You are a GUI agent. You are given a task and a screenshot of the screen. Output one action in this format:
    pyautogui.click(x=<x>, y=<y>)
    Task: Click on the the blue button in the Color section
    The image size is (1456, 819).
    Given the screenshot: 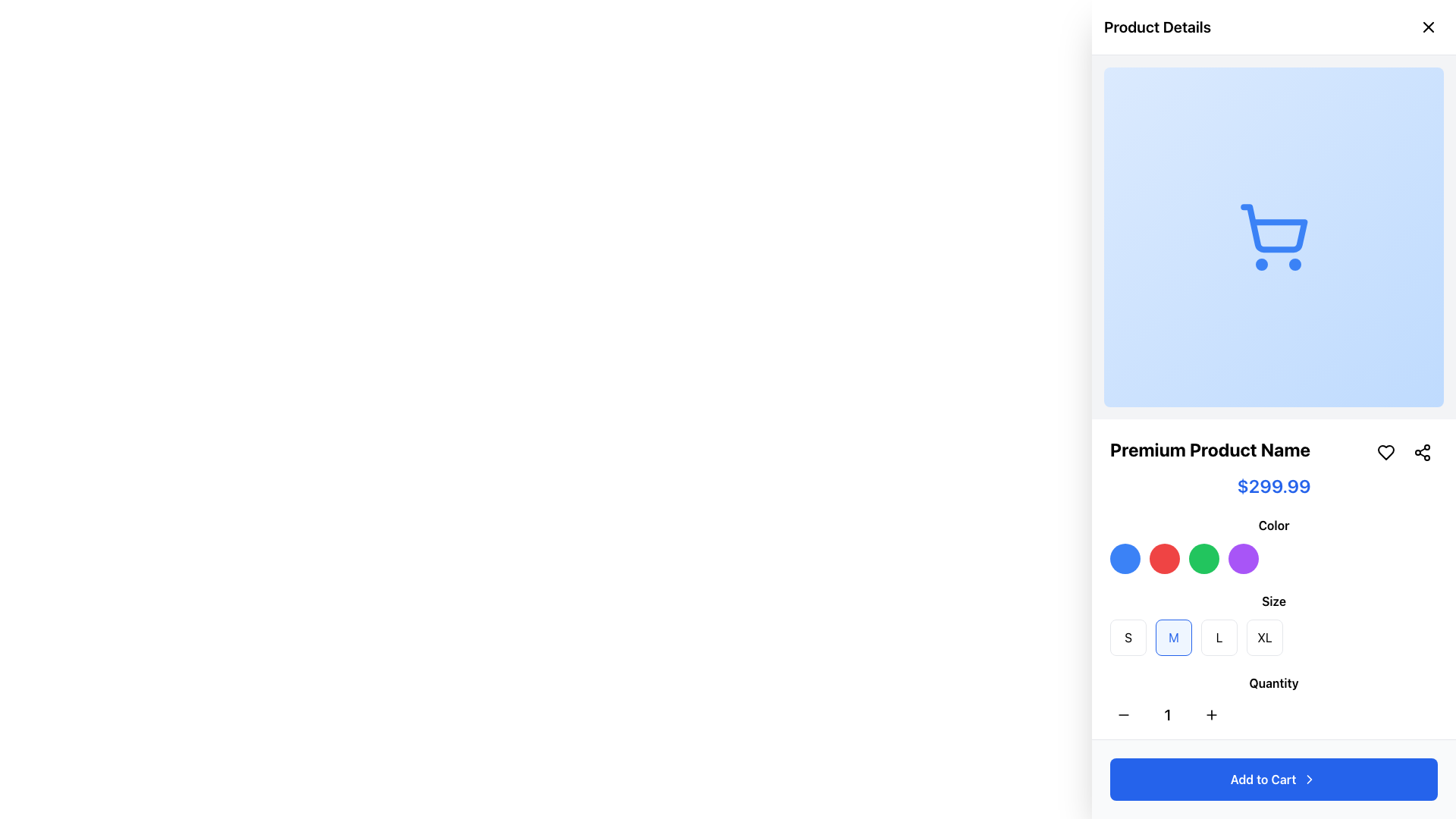 What is the action you would take?
    pyautogui.click(x=1274, y=558)
    